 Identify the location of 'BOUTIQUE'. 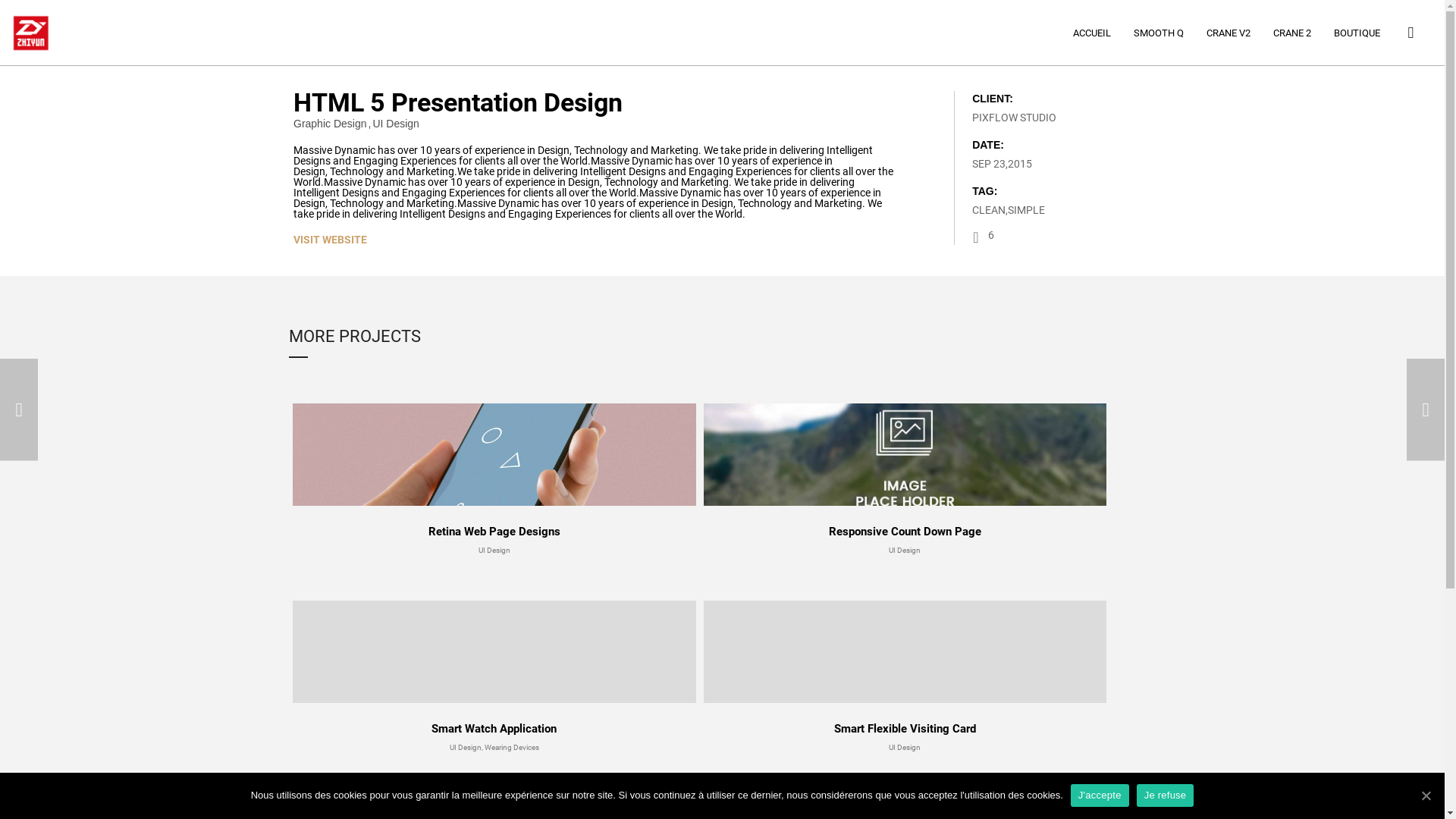
(1357, 33).